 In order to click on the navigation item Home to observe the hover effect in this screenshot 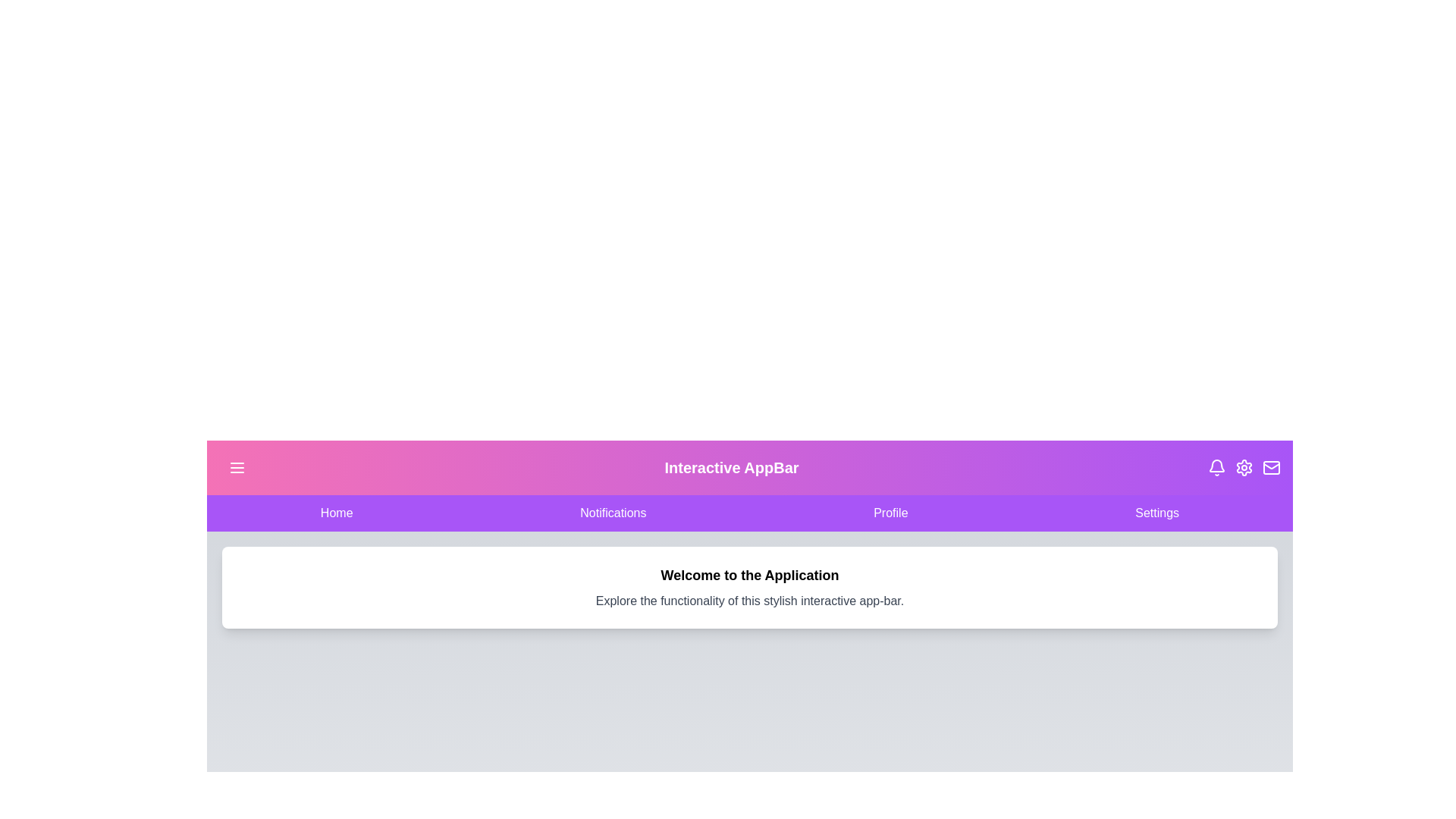, I will do `click(336, 513)`.